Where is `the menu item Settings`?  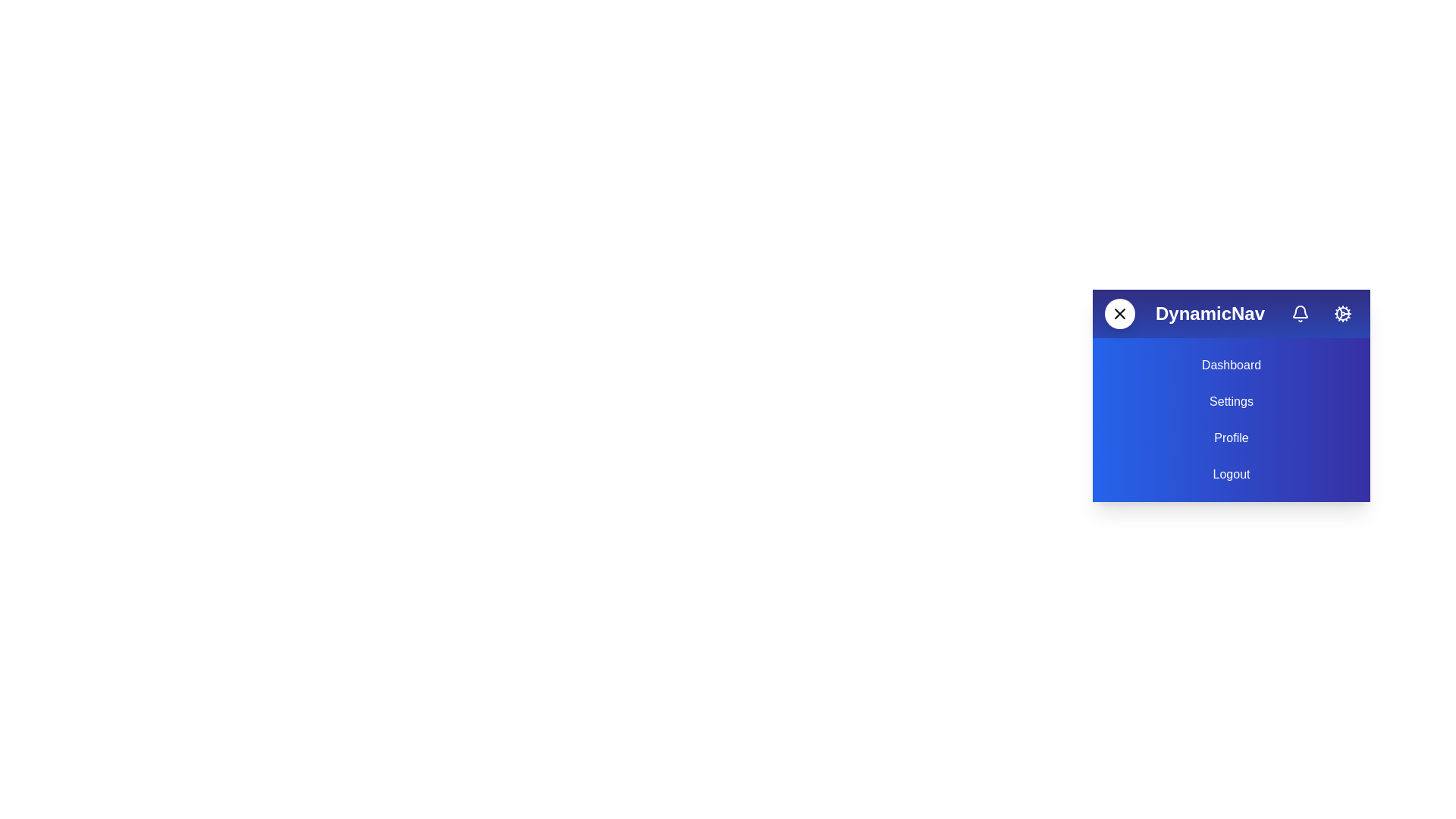 the menu item Settings is located at coordinates (1231, 400).